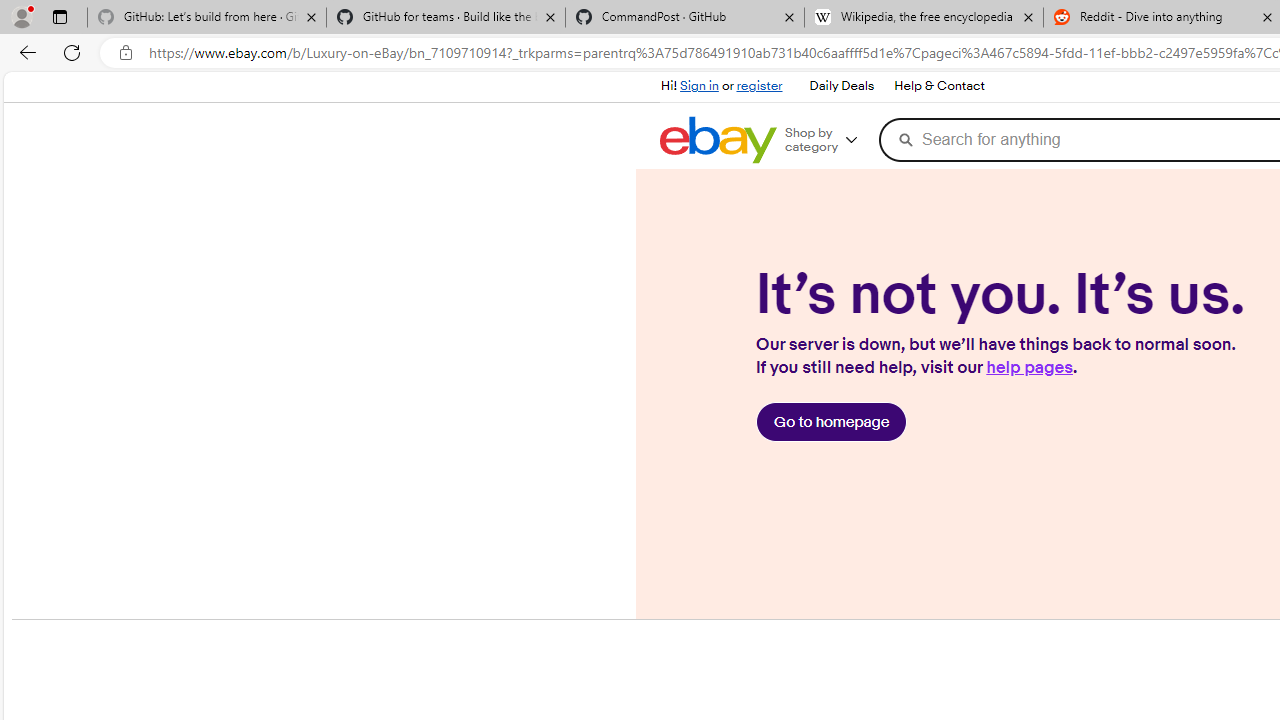 This screenshot has width=1280, height=720. Describe the element at coordinates (842, 86) in the screenshot. I see `'Daily Deals'` at that location.